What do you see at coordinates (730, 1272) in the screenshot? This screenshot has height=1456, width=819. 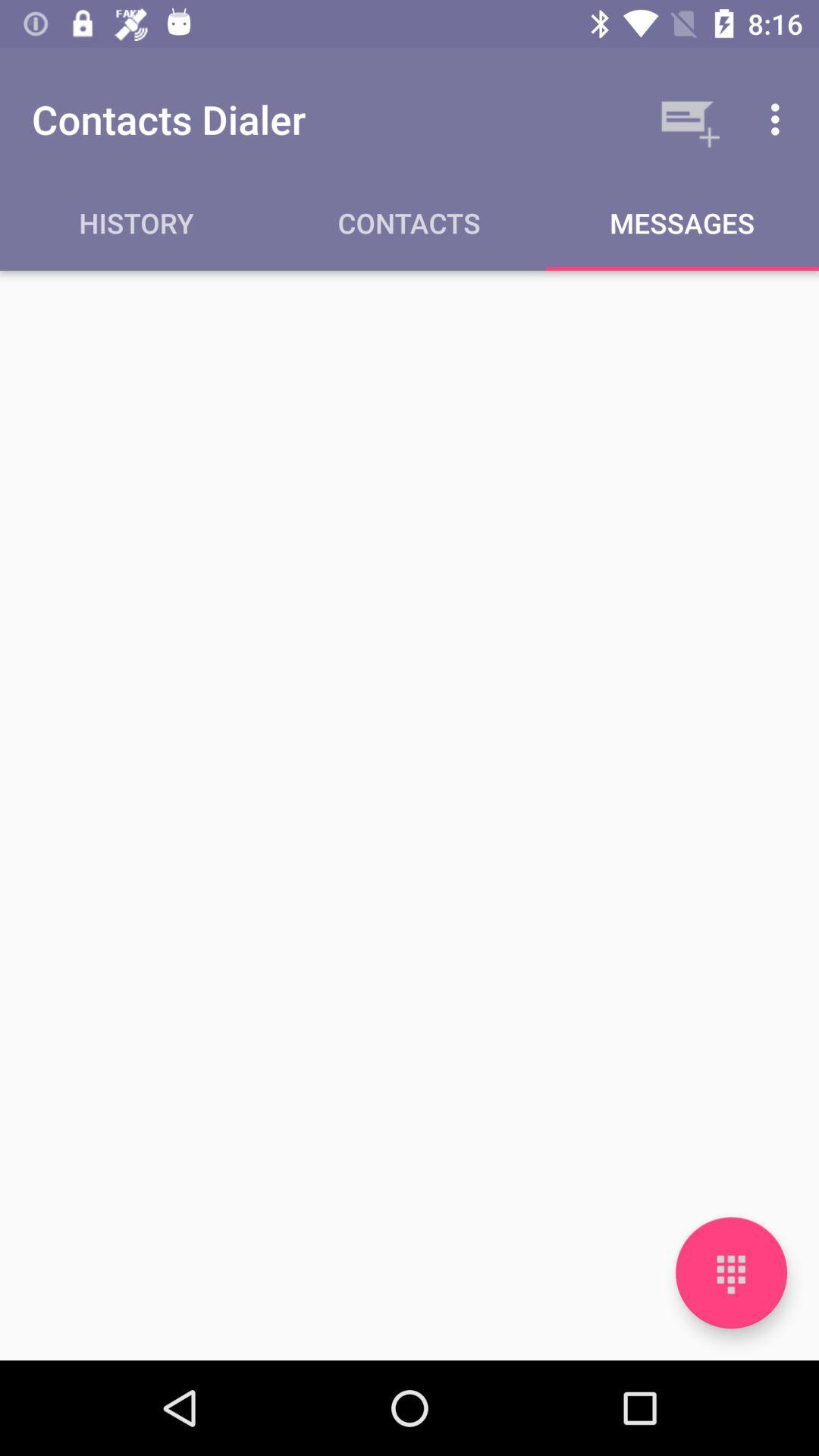 I see `open the keypad` at bounding box center [730, 1272].